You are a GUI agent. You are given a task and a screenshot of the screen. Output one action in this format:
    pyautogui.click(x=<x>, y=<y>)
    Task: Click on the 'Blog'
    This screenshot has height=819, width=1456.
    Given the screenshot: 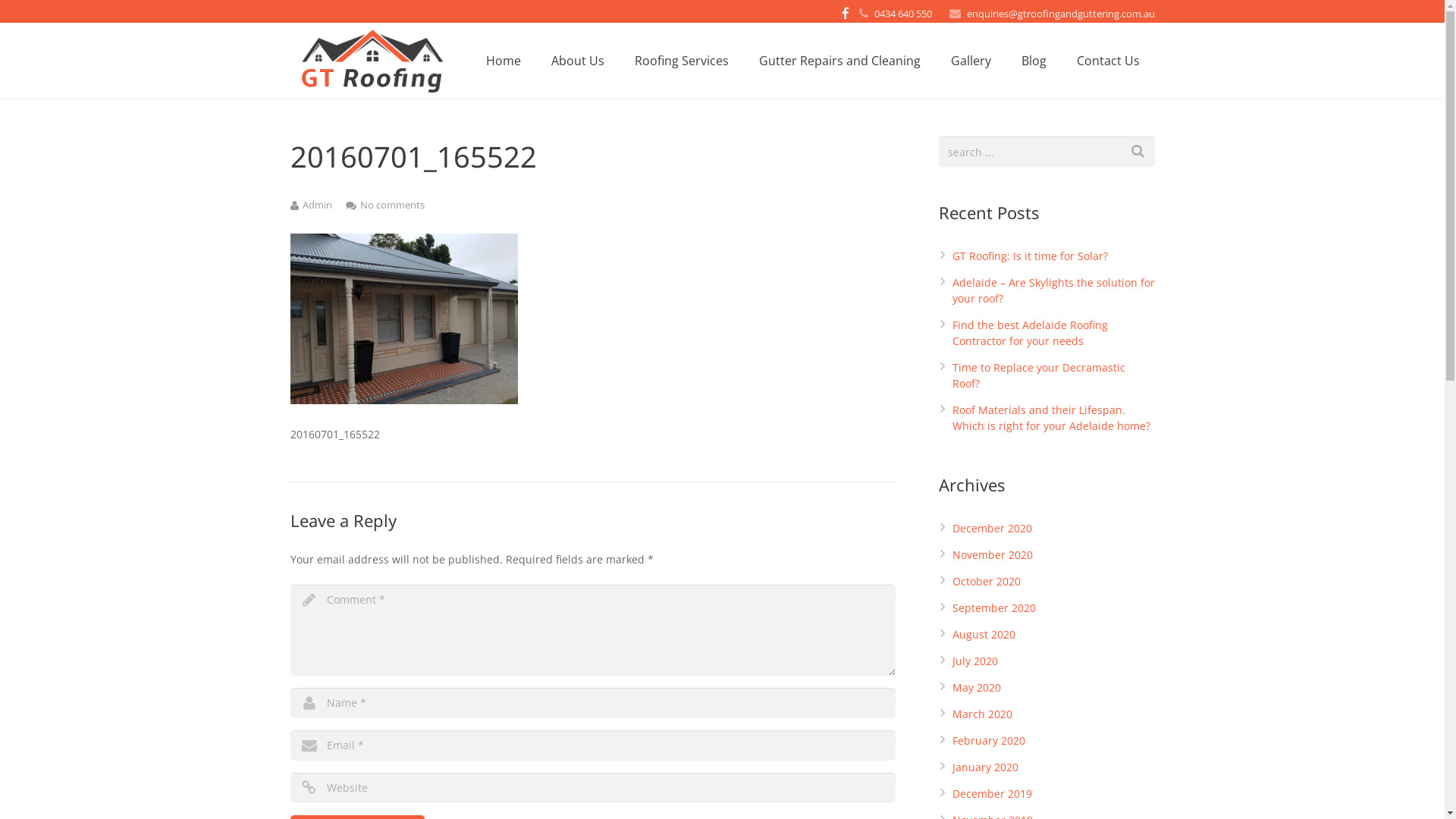 What is the action you would take?
    pyautogui.click(x=1032, y=60)
    